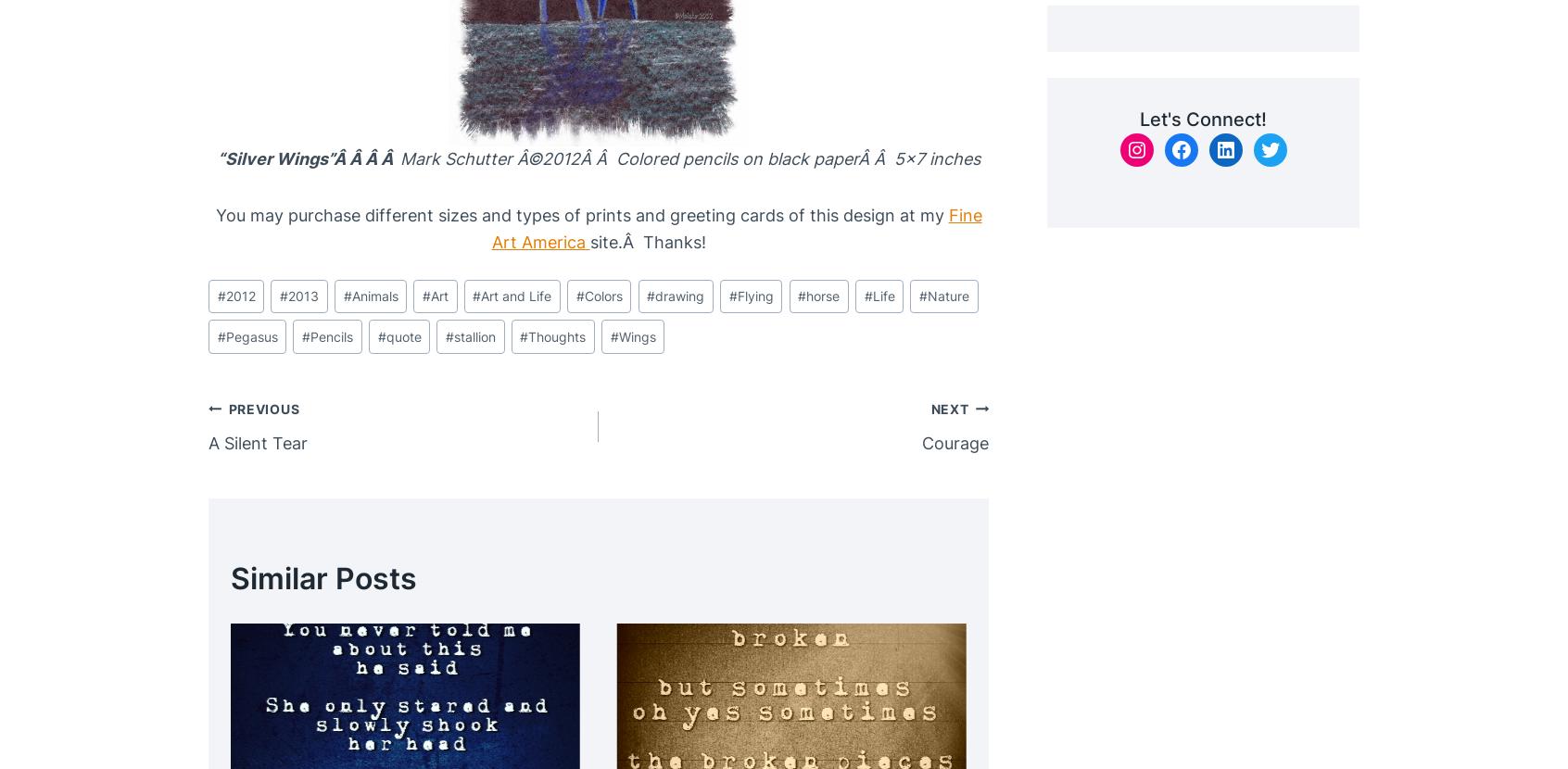 This screenshot has width=1568, height=769. I want to click on '“Silver Wings”Â Â Â Â', so click(307, 158).